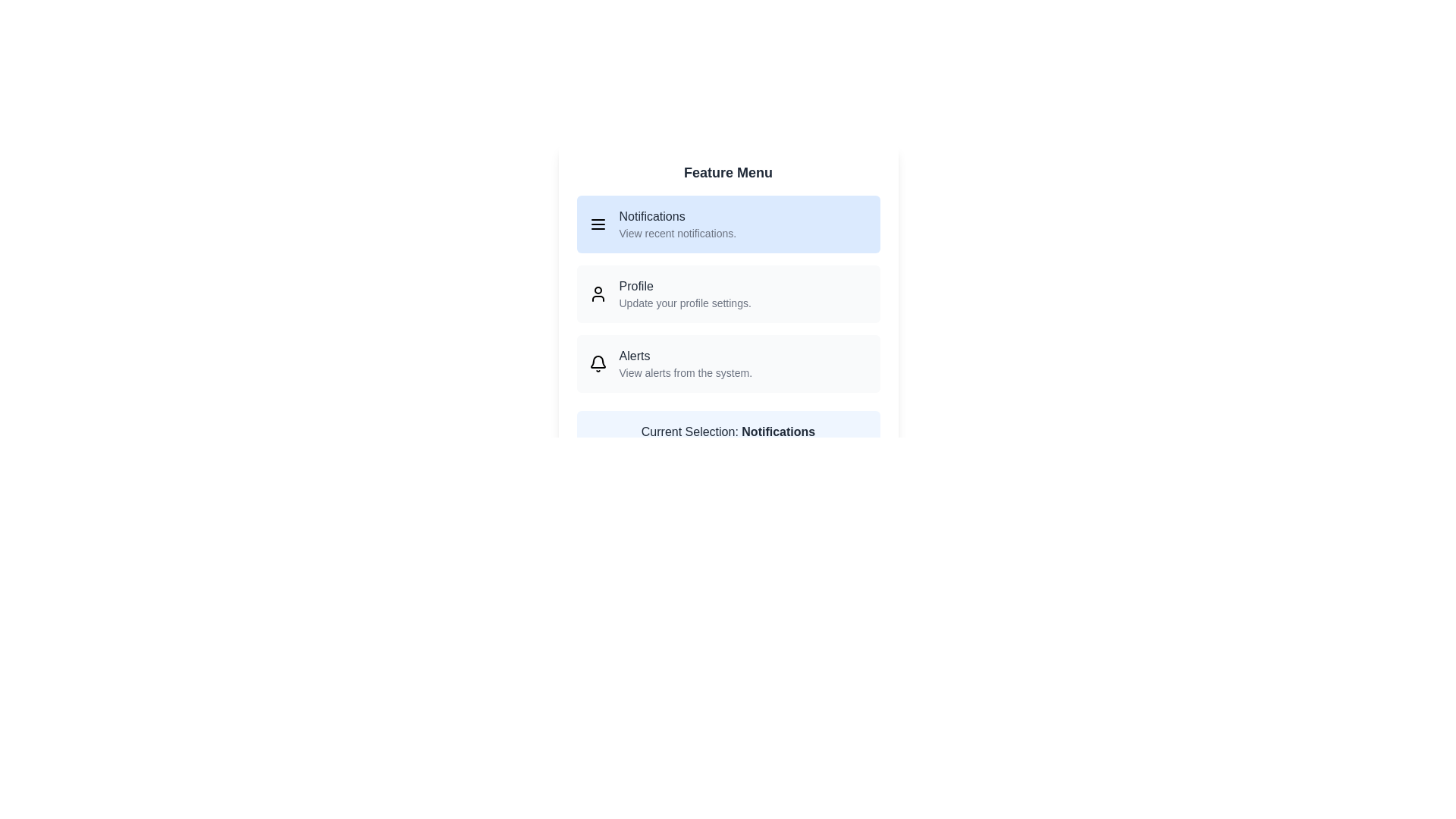  I want to click on the menu item Notifications by clicking on it, so click(728, 224).